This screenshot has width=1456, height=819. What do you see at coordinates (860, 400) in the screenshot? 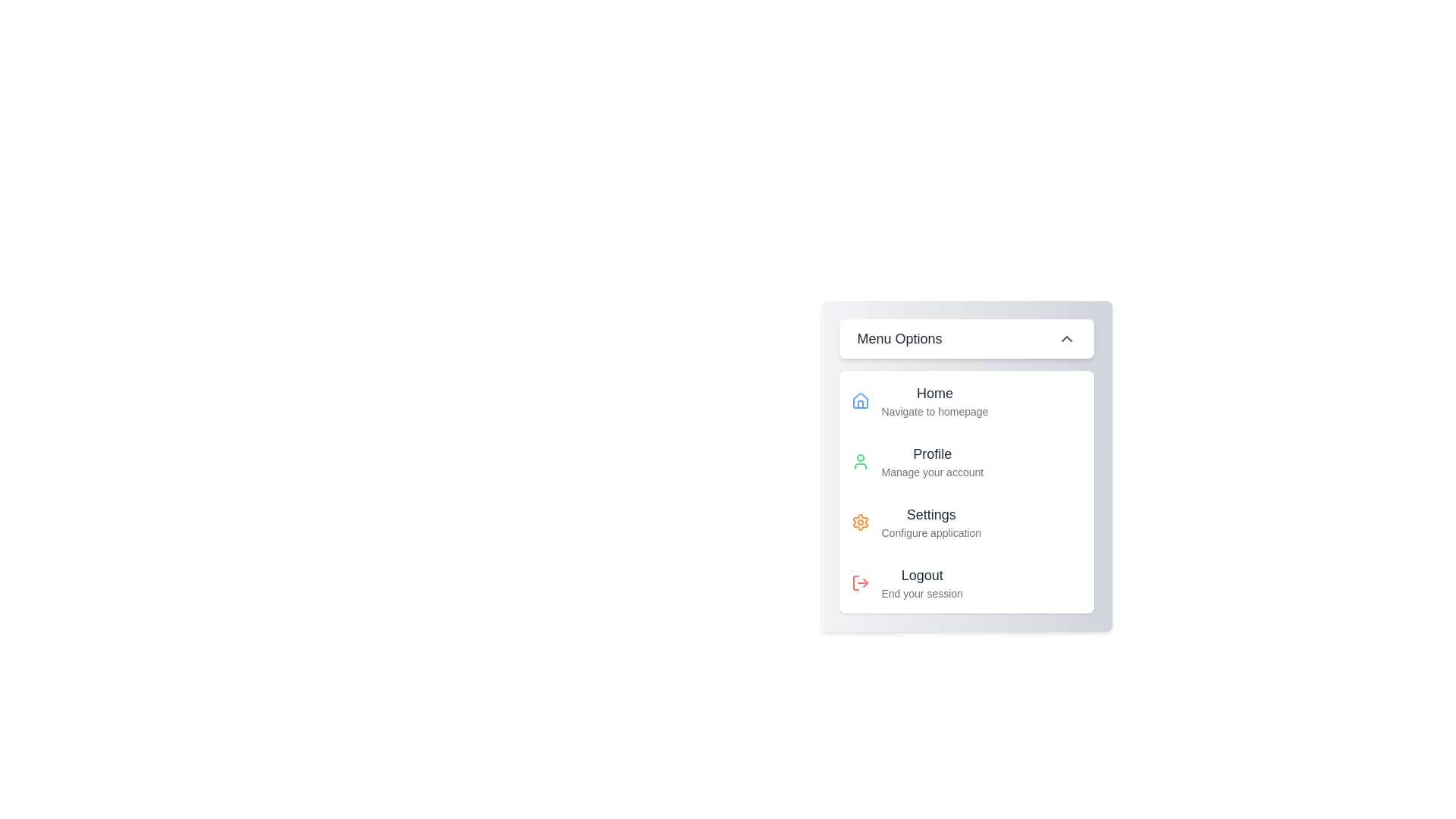
I see `the decorative 'Home' icon that visually supports the 'Home' label for navigation to the homepage` at bounding box center [860, 400].